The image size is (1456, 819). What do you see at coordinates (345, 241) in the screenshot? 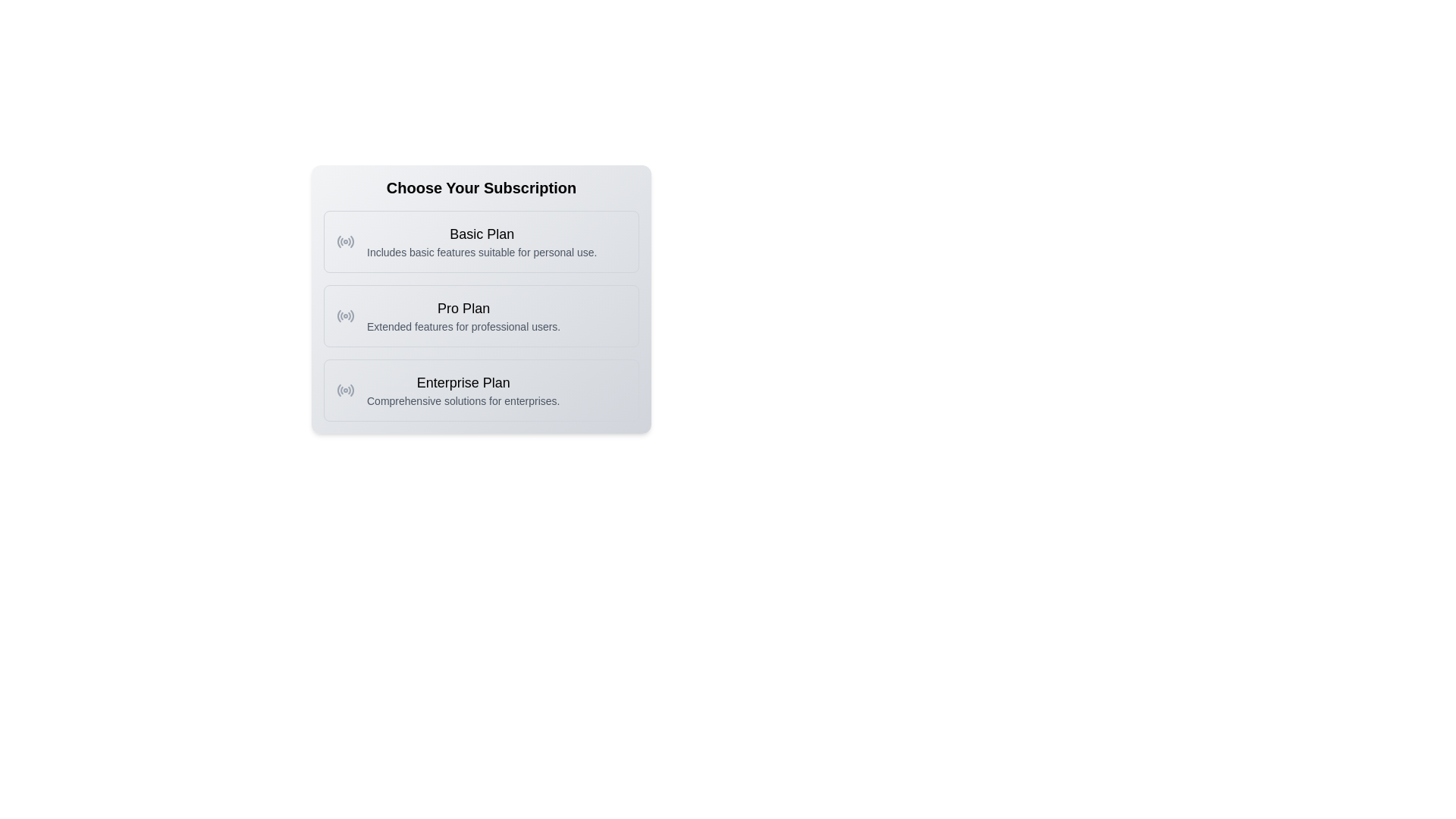
I see `the circular gray icon resembling a radio signal symbol located to the left of the 'Basic Plan' subscription description` at bounding box center [345, 241].